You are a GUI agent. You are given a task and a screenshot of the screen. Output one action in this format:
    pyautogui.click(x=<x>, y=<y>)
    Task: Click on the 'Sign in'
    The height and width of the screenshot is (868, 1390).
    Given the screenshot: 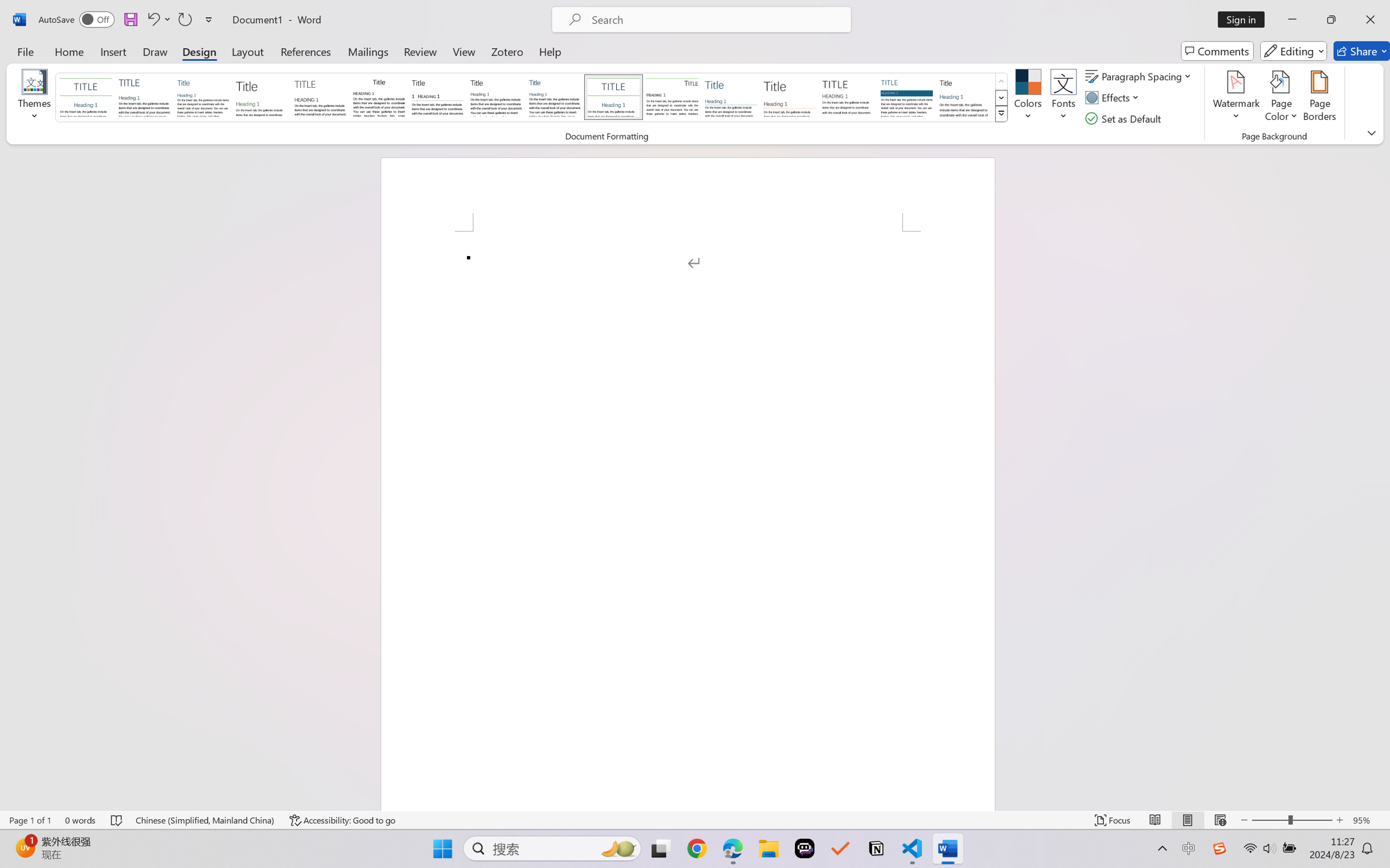 What is the action you would take?
    pyautogui.click(x=1245, y=19)
    